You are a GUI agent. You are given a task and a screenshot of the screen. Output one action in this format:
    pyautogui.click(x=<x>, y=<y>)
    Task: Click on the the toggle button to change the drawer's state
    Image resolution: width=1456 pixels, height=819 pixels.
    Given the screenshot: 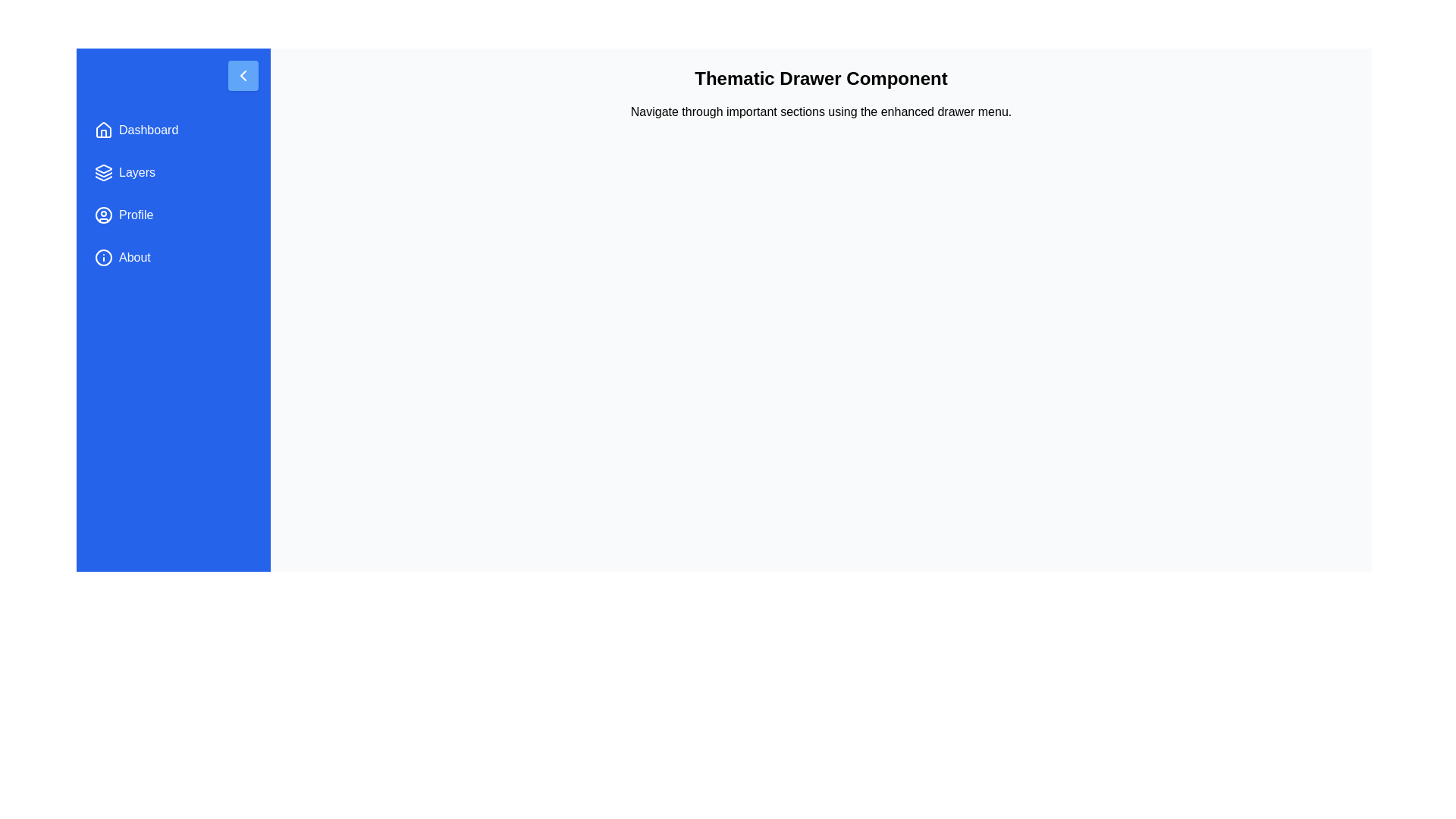 What is the action you would take?
    pyautogui.click(x=243, y=76)
    